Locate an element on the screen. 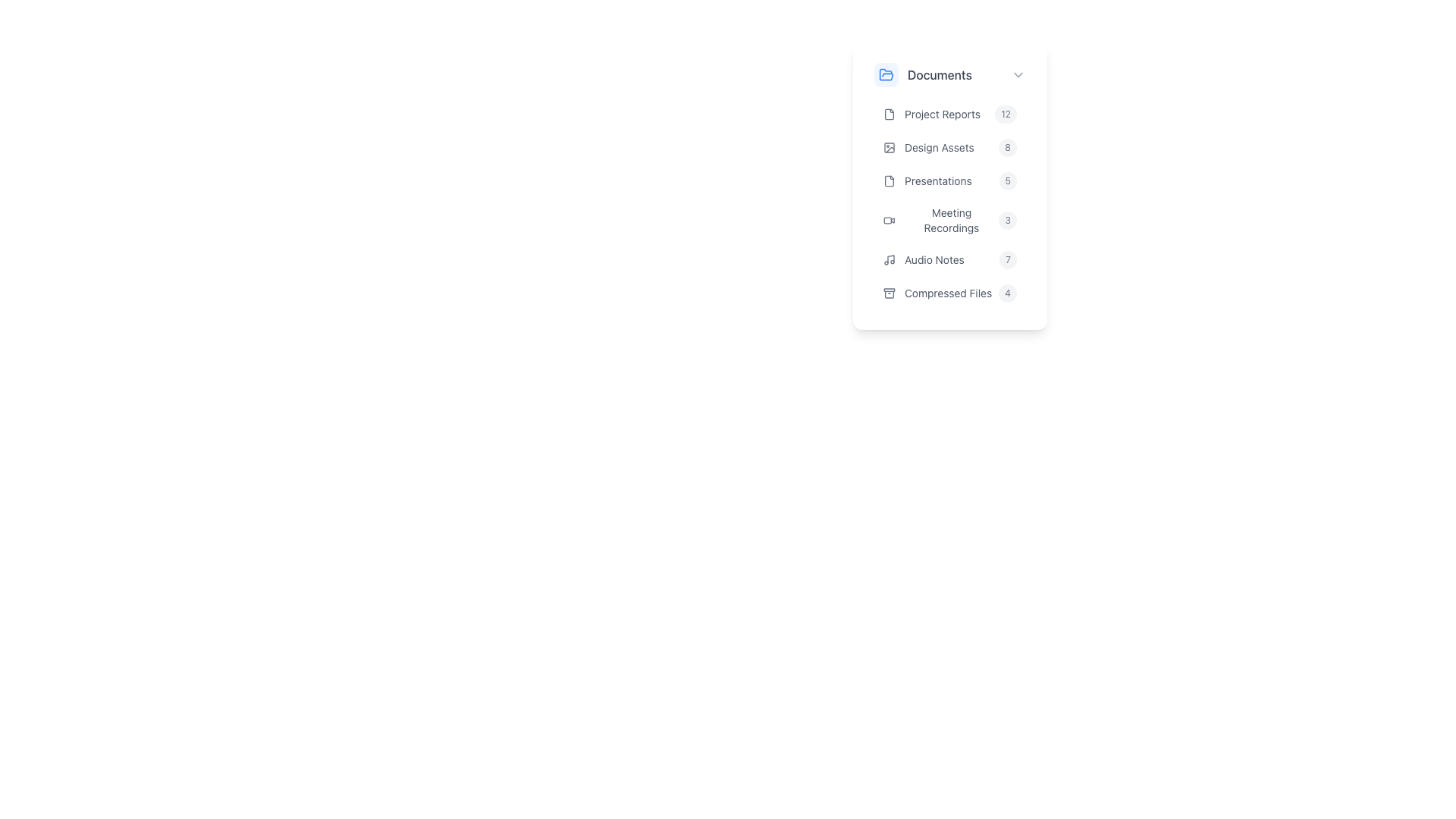 The image size is (1456, 819). the navigation item for 'Design Assets' located in the vertical list under the 'Documents' section is located at coordinates (949, 148).